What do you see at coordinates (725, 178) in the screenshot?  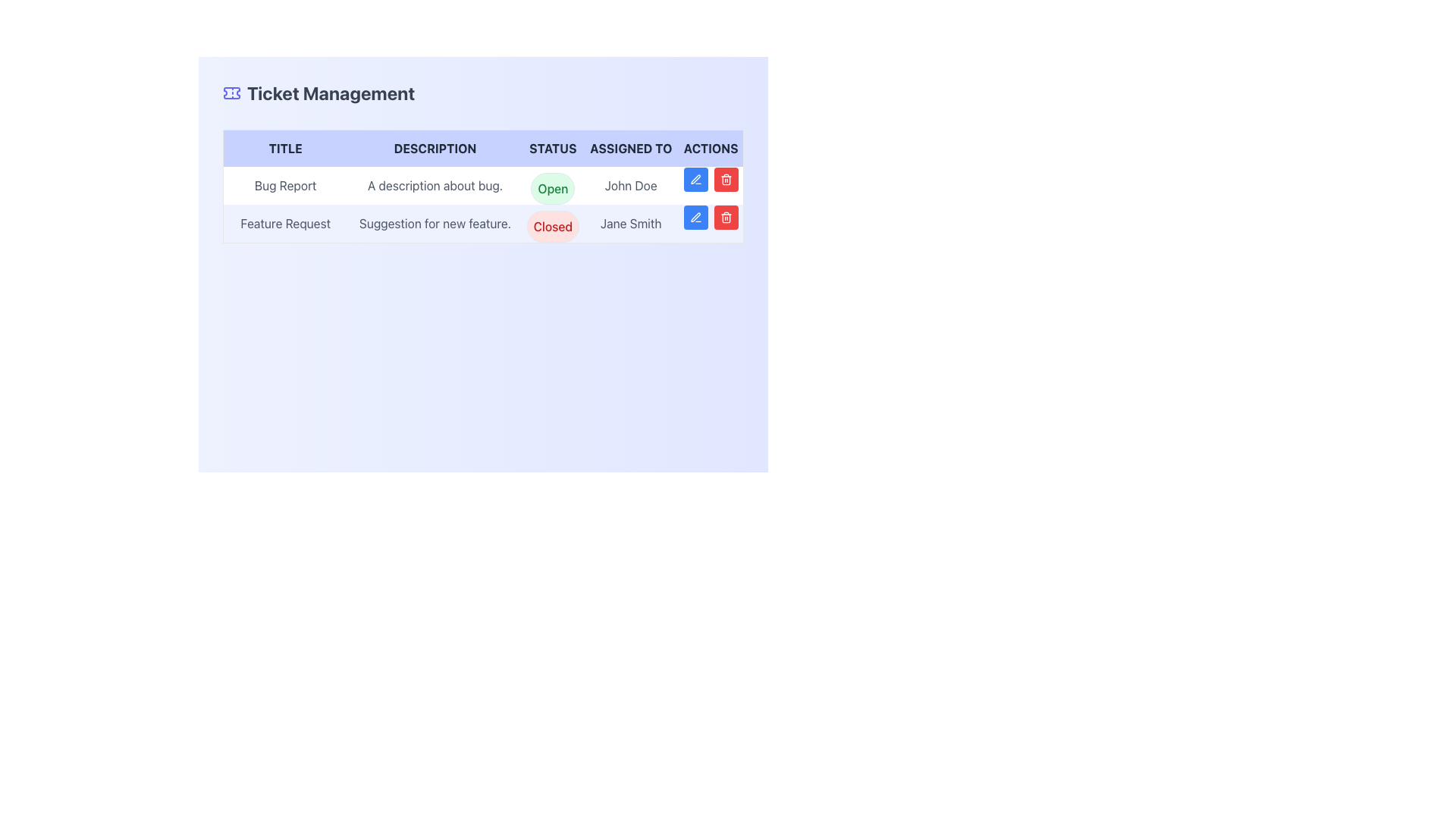 I see `the red button with a white trash can icon in the 'Actions' column of the second row` at bounding box center [725, 178].